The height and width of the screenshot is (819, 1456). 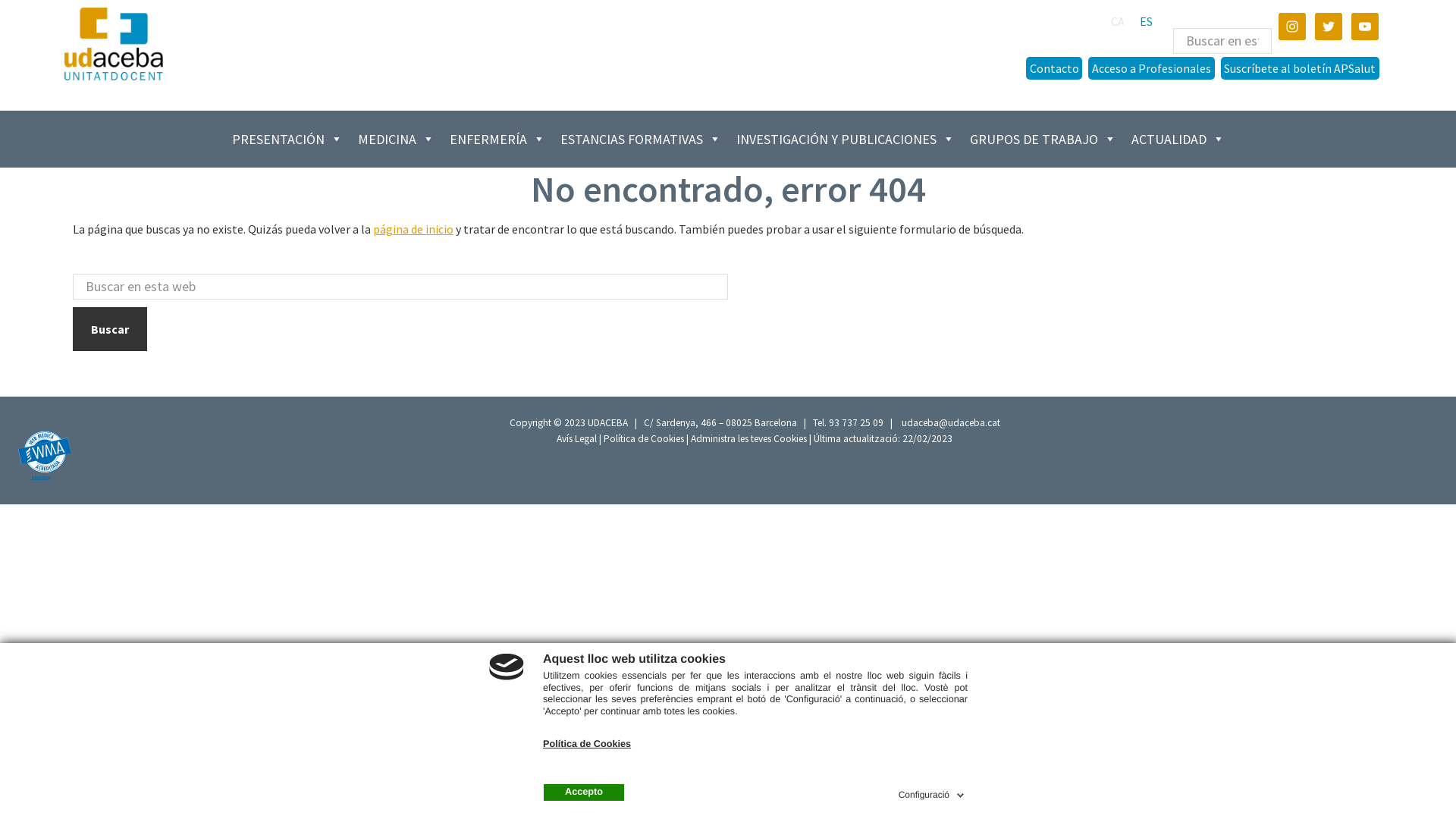 I want to click on 'ACTUALIDAD', so click(x=1177, y=139).